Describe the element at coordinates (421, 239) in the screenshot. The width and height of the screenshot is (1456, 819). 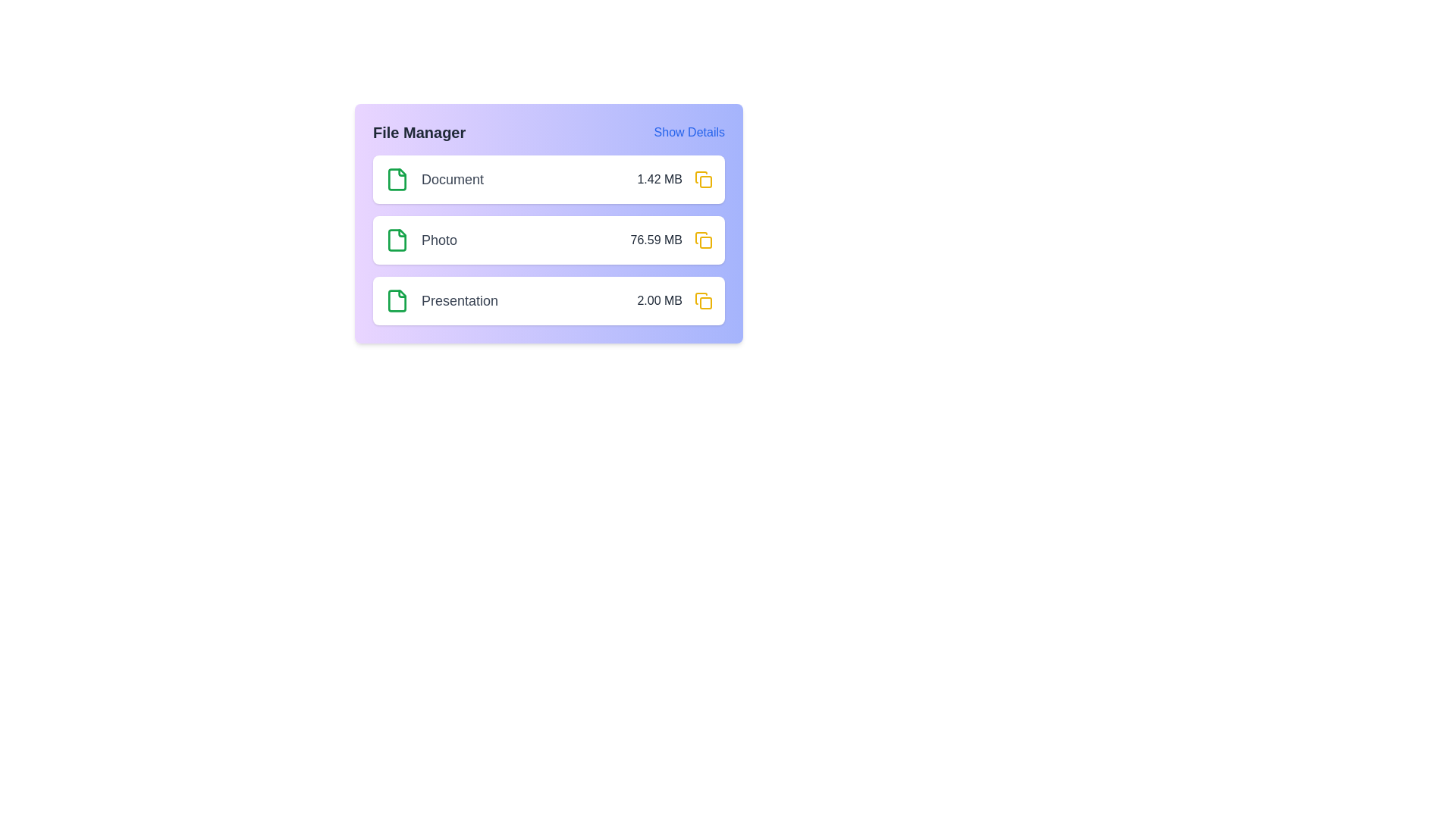
I see `the 'Photo' label which displays the word 'Photo' in a standard sans-serif font, located in the middle of the card listing adjacent to a document icon with a green accent` at that location.